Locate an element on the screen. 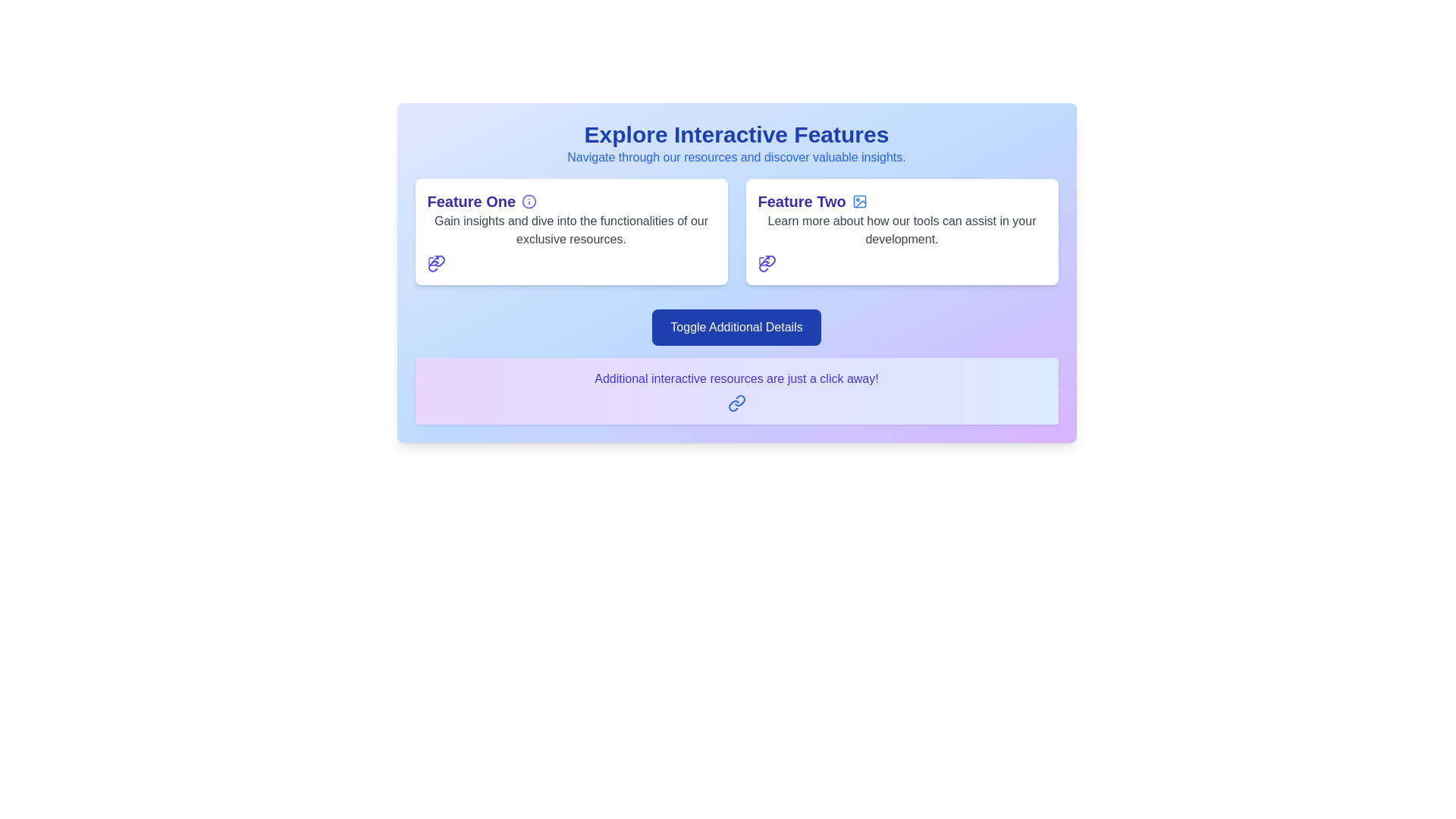 The height and width of the screenshot is (819, 1456). the first vector graphic icon that symbolizes a hyperlink within the 'View Details' component, located below the 'Feature One' card is located at coordinates (438, 260).